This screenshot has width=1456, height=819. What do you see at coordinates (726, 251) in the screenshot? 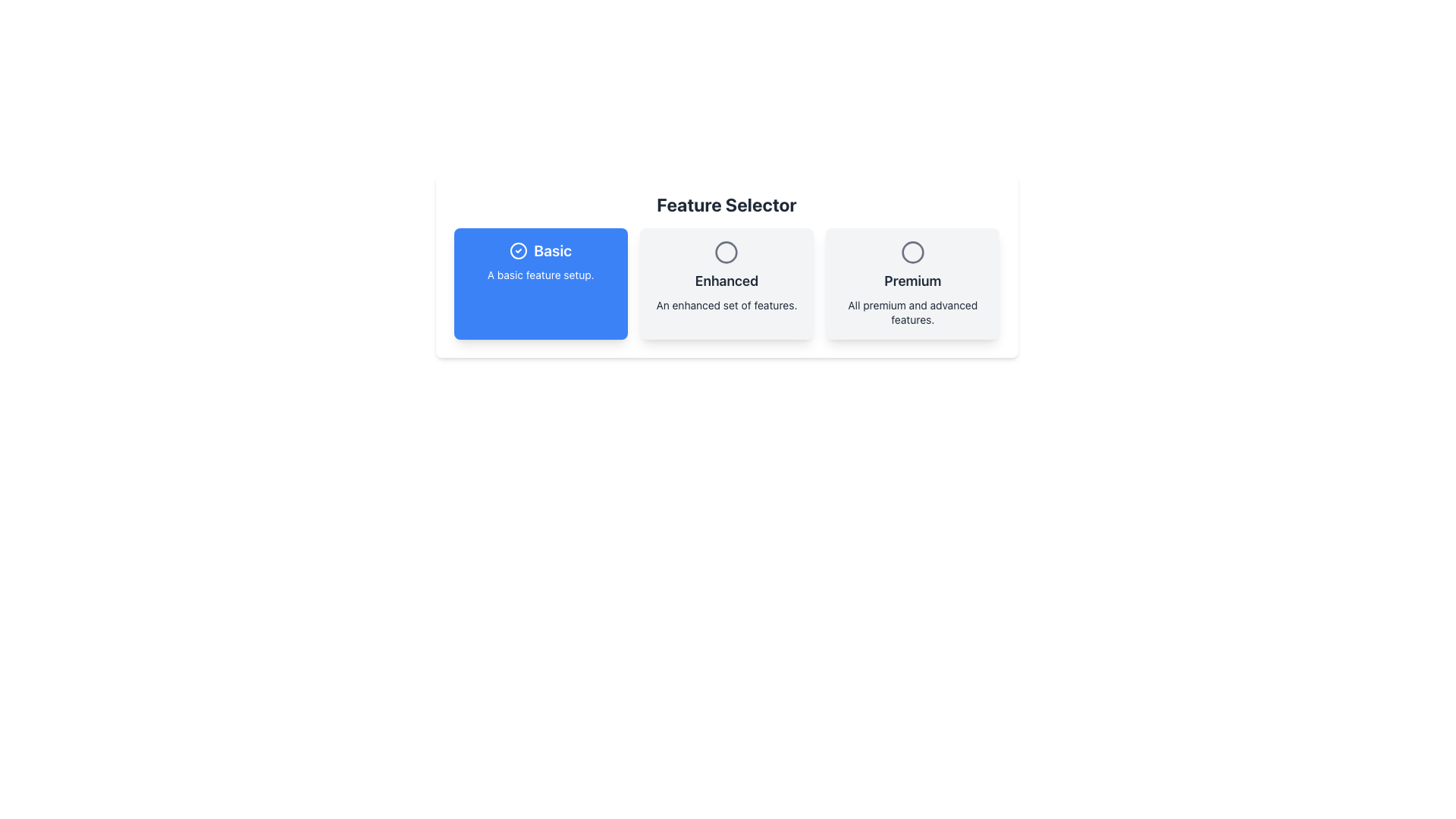
I see `the circular gray hollow icon located at the top-center of the card labeled 'Enhanced'` at bounding box center [726, 251].